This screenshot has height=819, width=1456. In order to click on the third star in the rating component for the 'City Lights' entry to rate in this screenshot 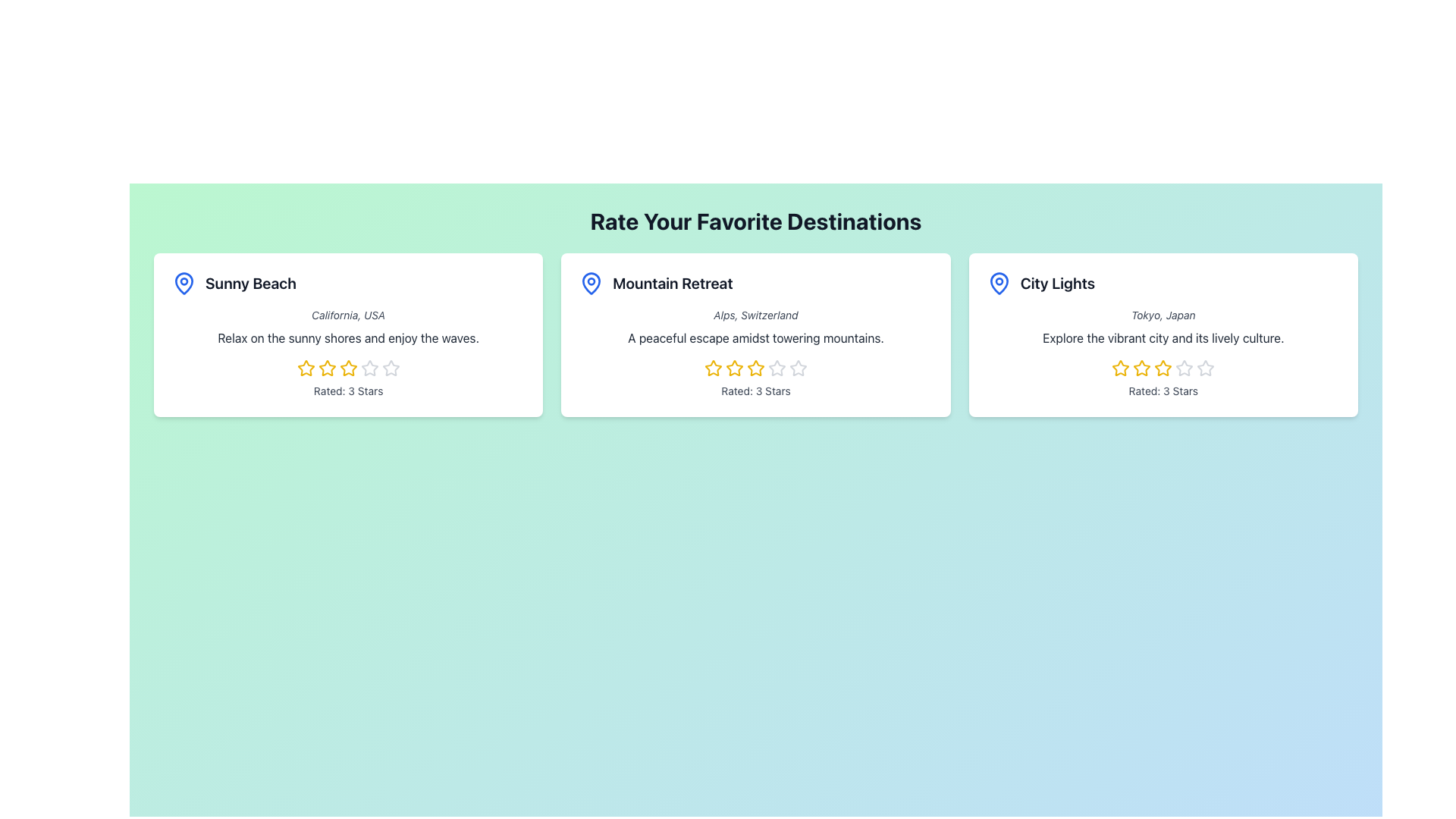, I will do `click(1142, 368)`.